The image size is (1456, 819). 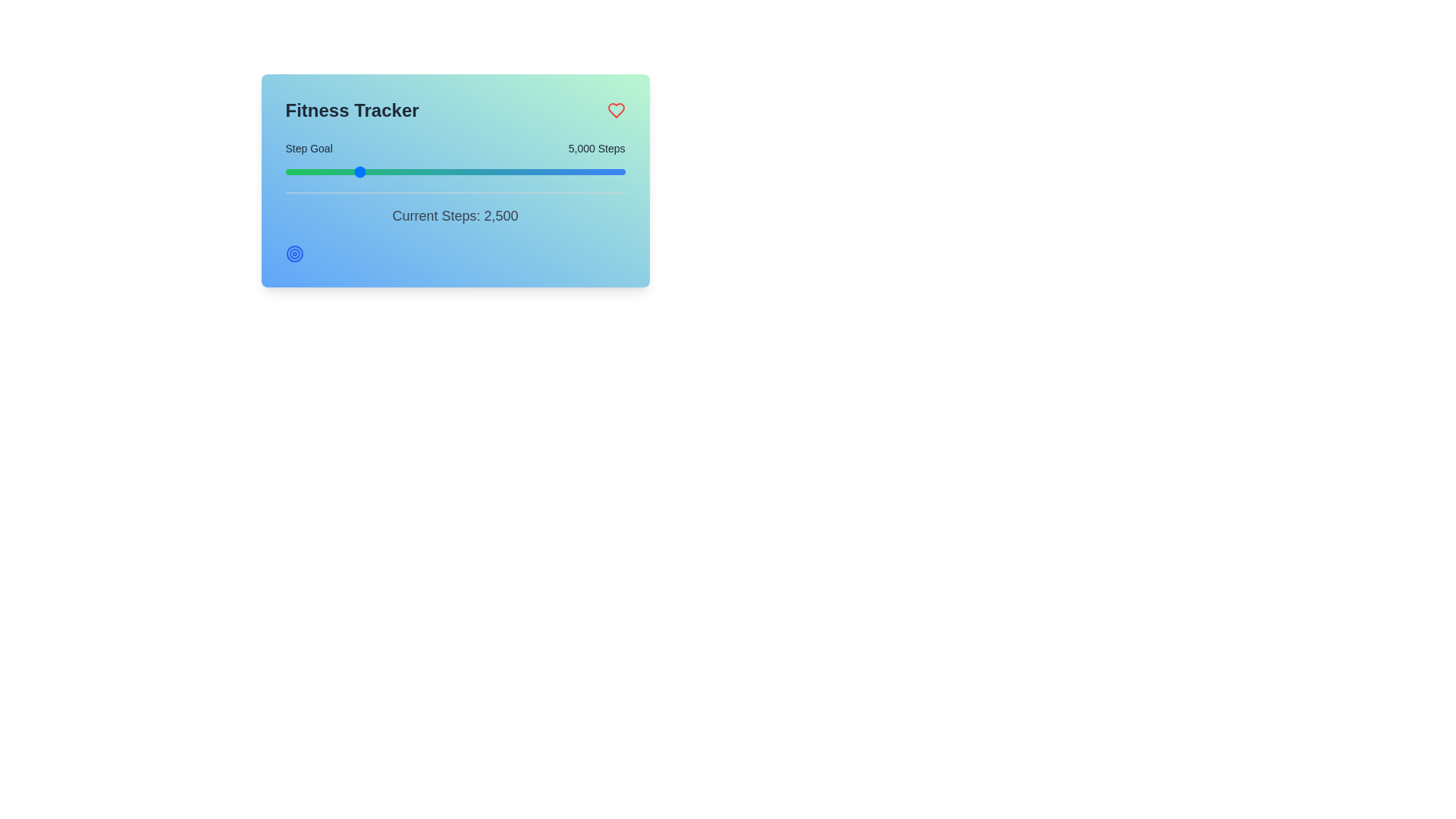 What do you see at coordinates (294, 253) in the screenshot?
I see `the target icon located at the bottom-left of the component` at bounding box center [294, 253].